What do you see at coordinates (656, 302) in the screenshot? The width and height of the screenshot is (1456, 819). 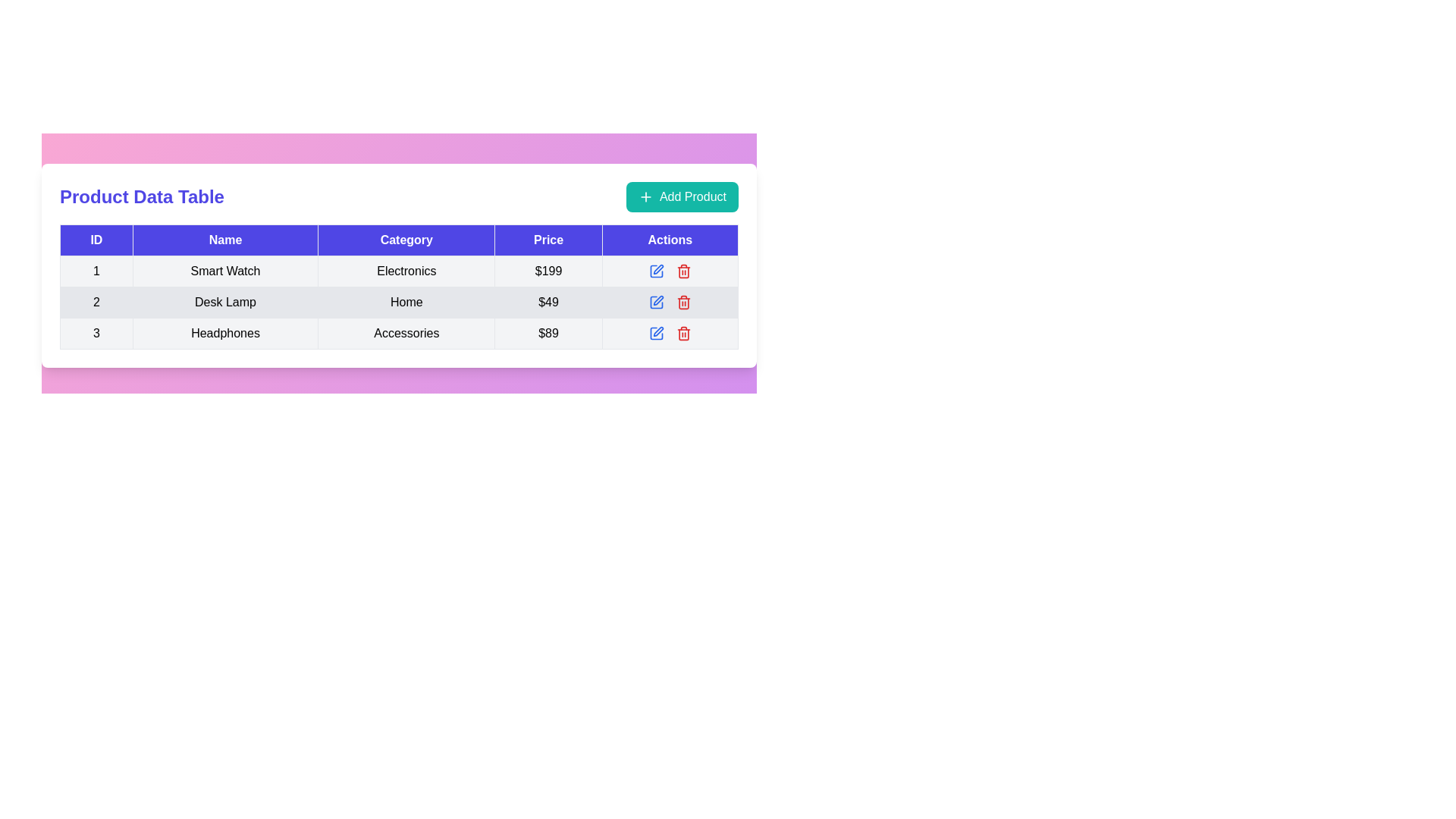 I see `the blue pen icon in the Actions column of the table row for 'Desk Lamp' to initiate the editing action` at bounding box center [656, 302].